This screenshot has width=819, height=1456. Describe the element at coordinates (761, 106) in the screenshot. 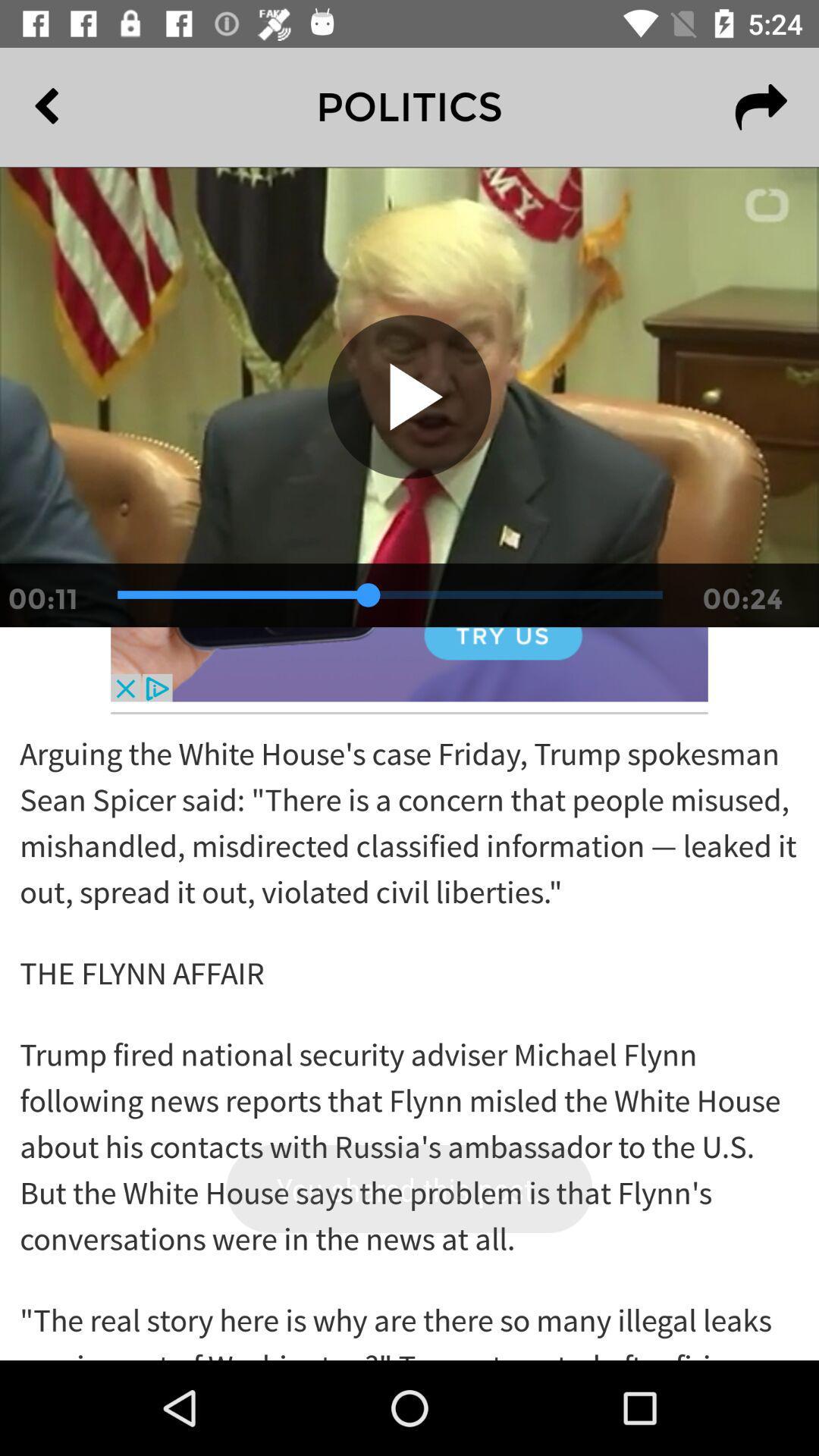

I see `the redo icon` at that location.